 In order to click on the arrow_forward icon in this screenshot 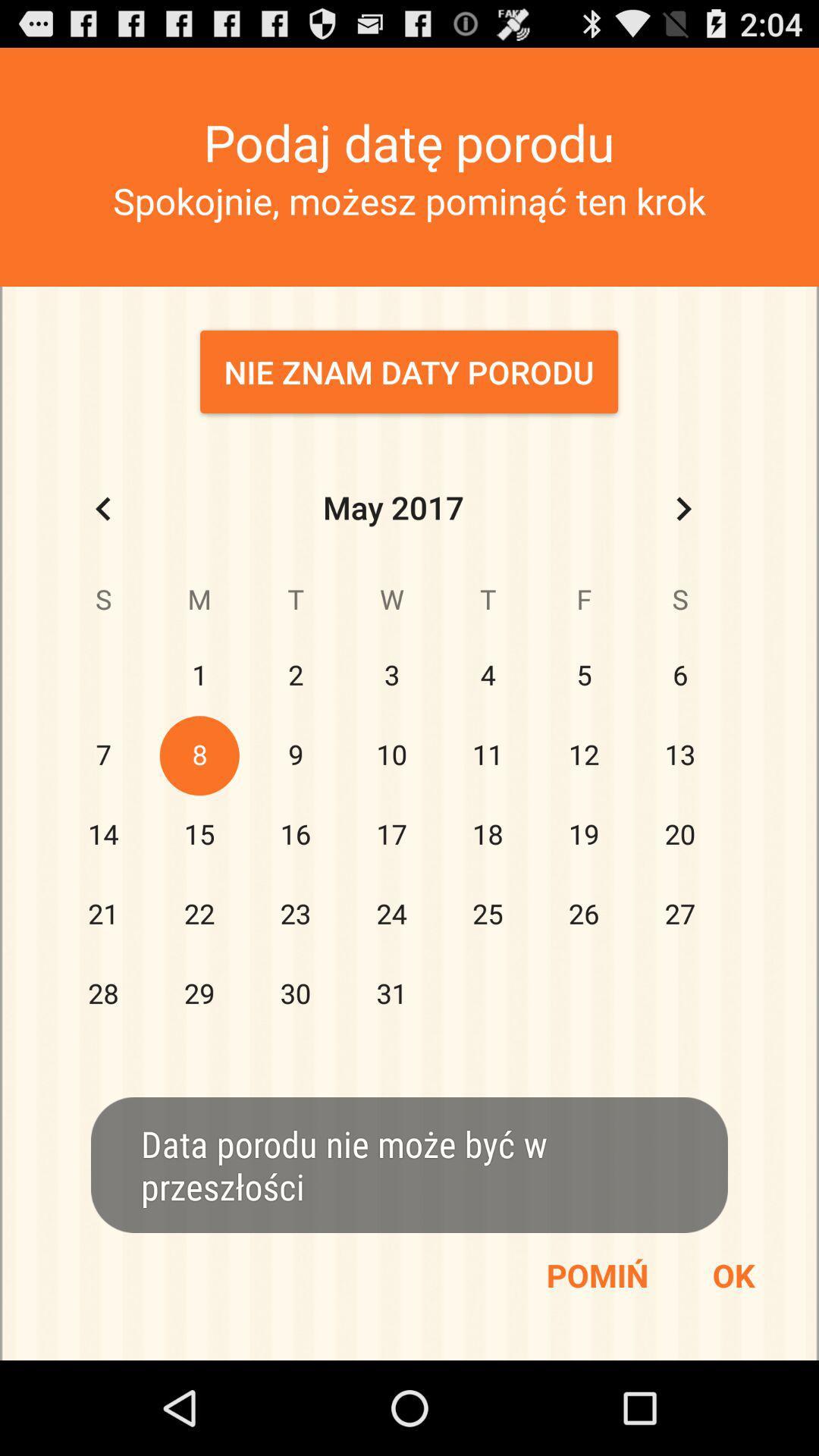, I will do `click(683, 544)`.